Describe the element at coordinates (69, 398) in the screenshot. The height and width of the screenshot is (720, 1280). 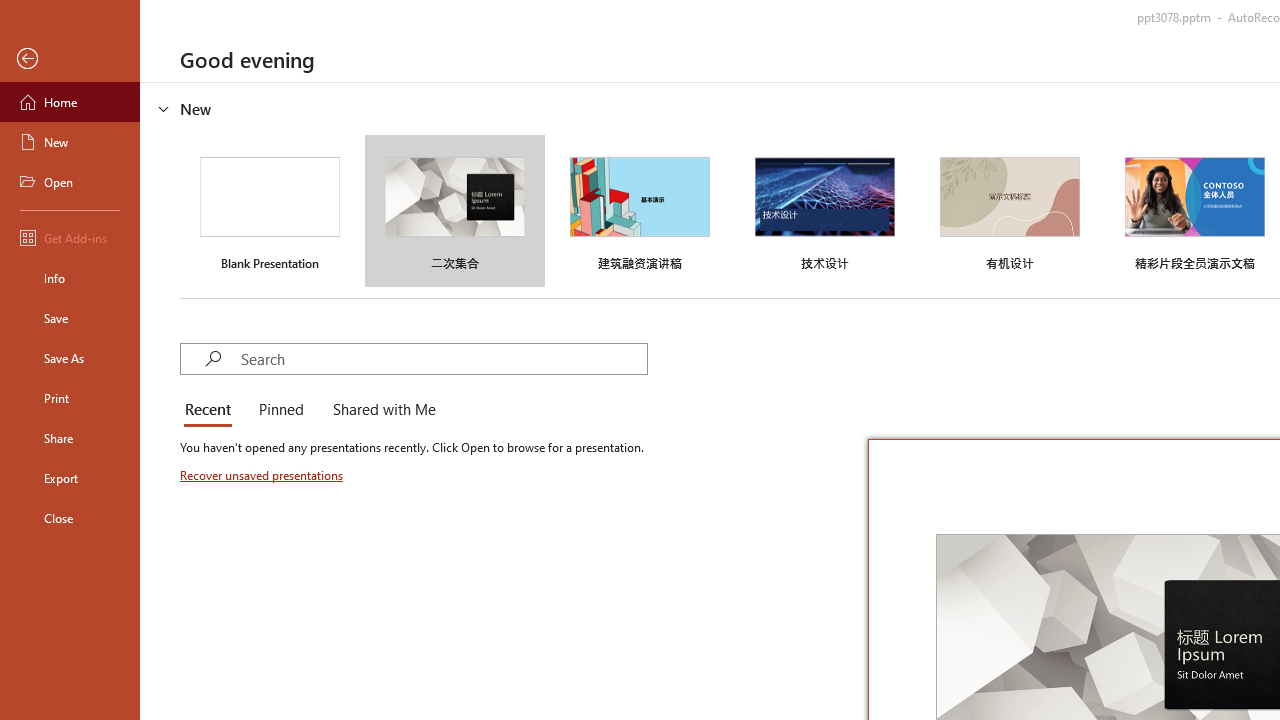
I see `'Print'` at that location.